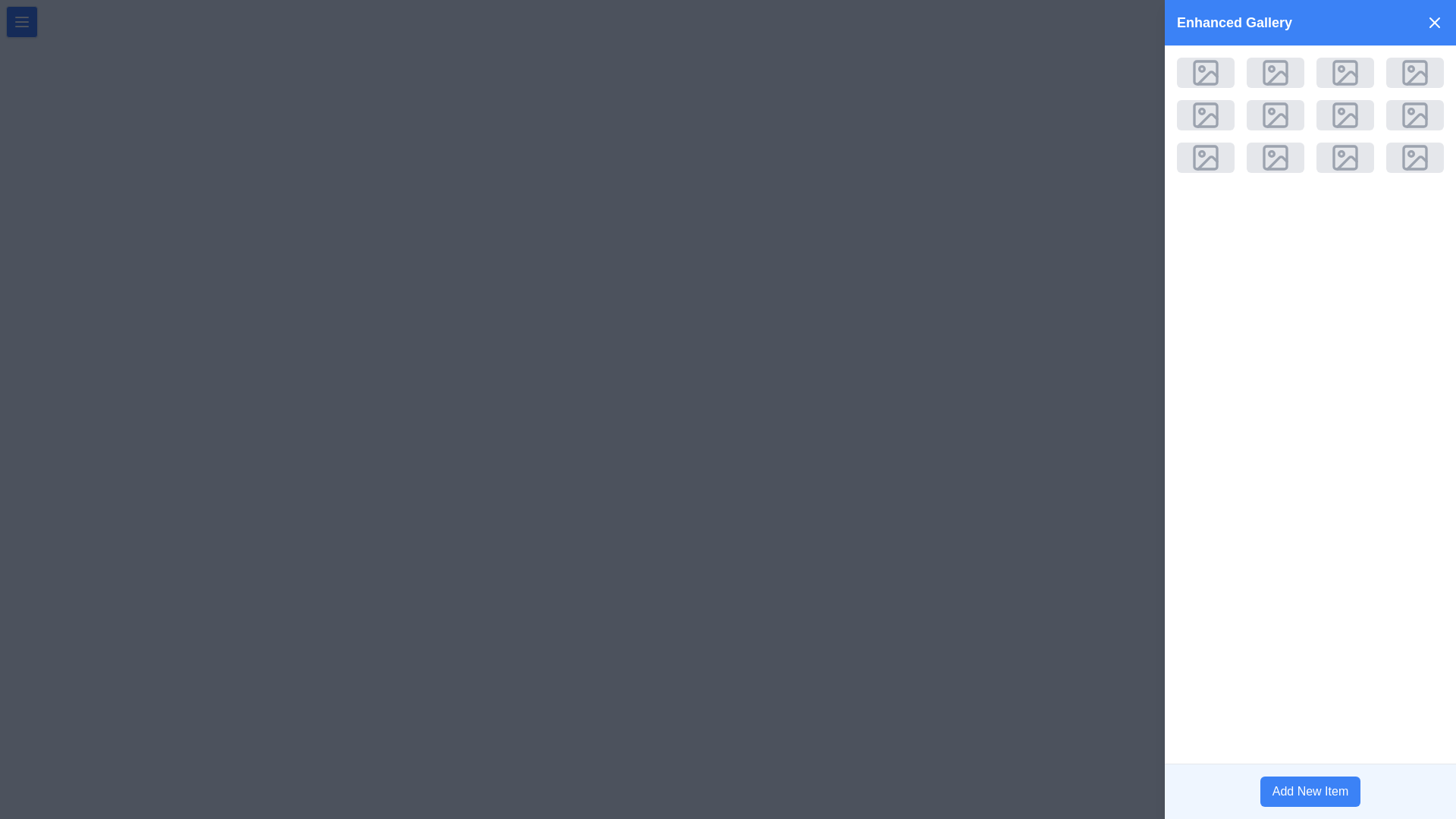 The image size is (1456, 819). What do you see at coordinates (1274, 73) in the screenshot?
I see `the light gray rectangular graphic with rounded corners, which serves as the main body of the image placeholder icon` at bounding box center [1274, 73].